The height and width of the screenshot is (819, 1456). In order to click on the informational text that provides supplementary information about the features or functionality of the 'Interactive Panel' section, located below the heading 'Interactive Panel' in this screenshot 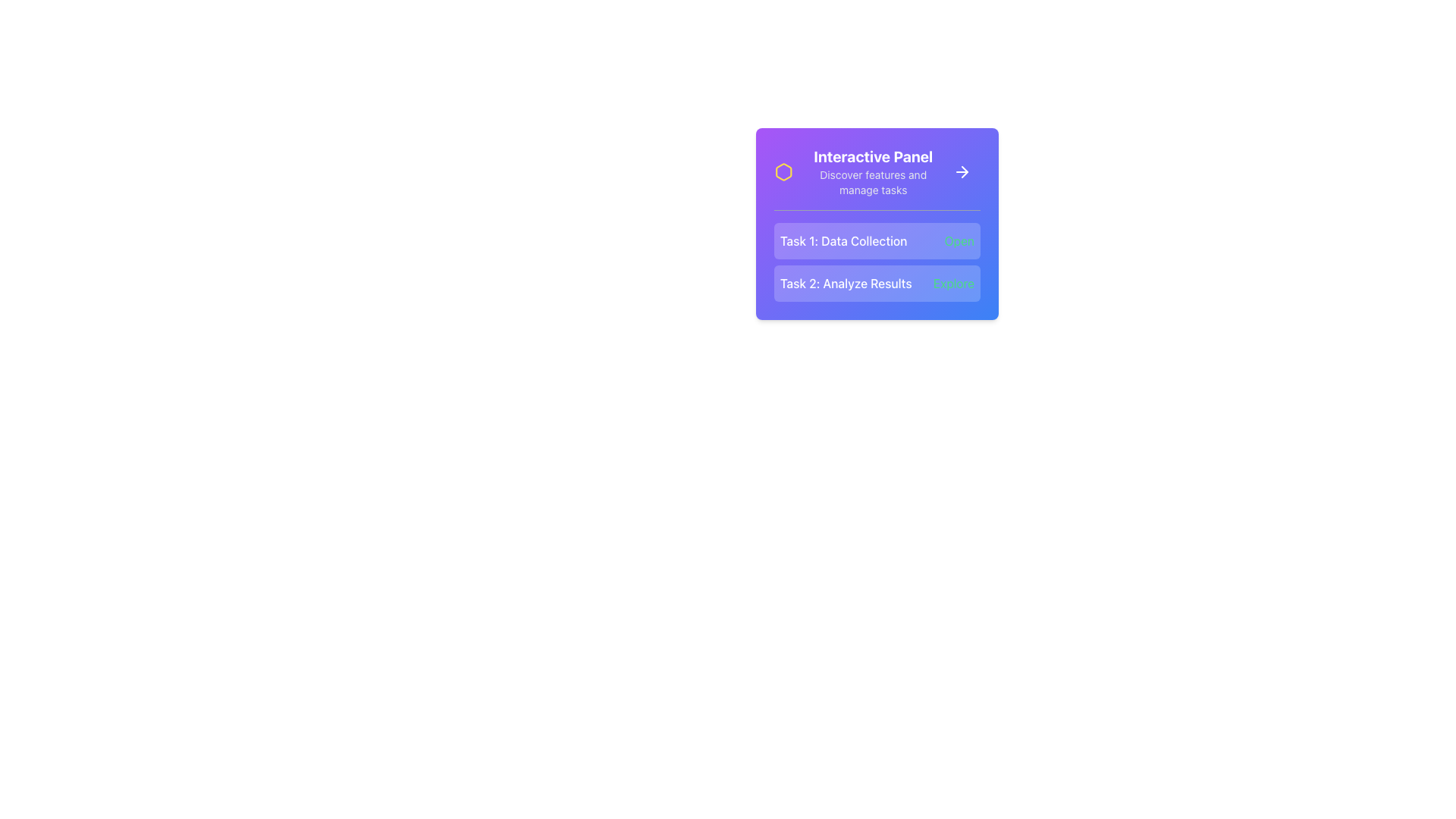, I will do `click(873, 181)`.